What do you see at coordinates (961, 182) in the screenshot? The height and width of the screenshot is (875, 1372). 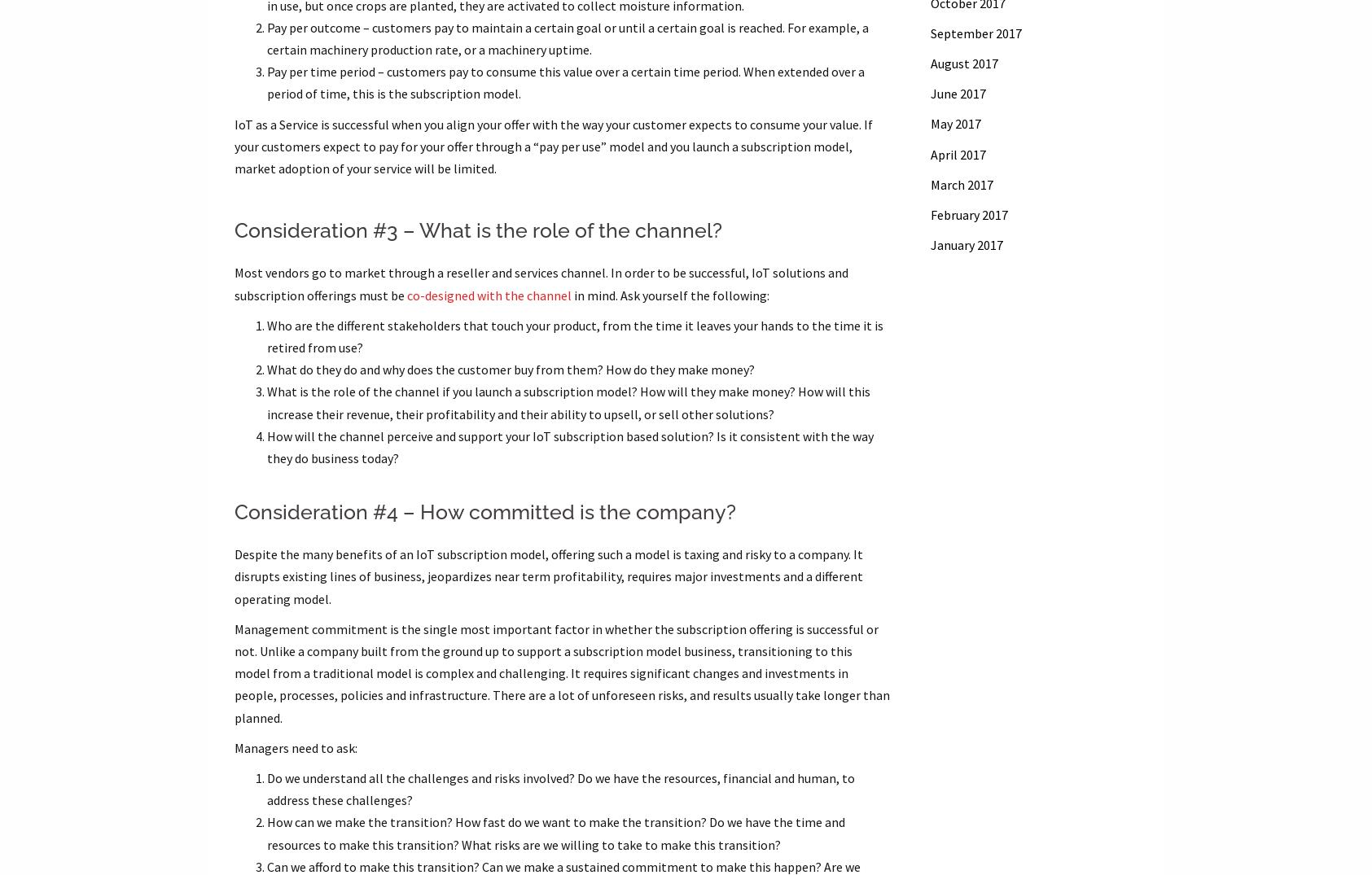 I see `'March 2017'` at bounding box center [961, 182].